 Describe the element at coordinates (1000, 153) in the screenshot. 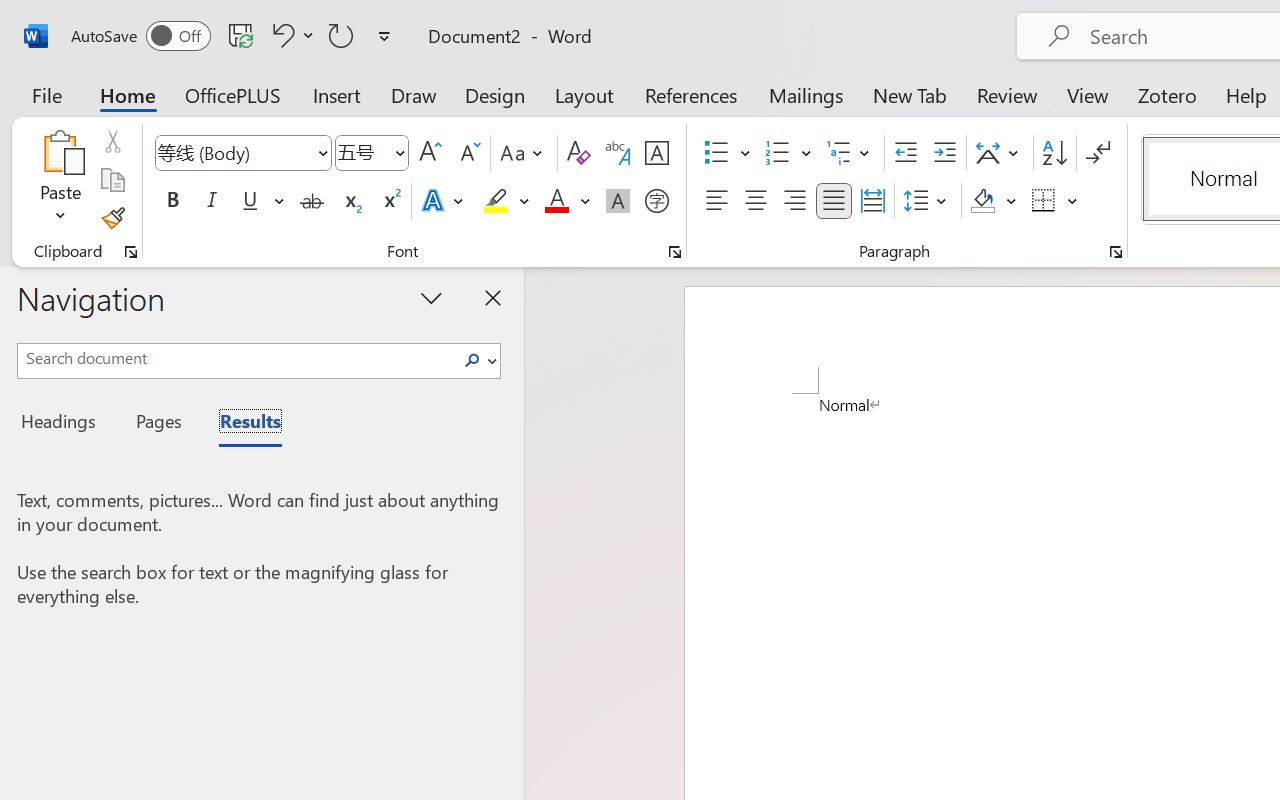

I see `'Asian Layout'` at that location.